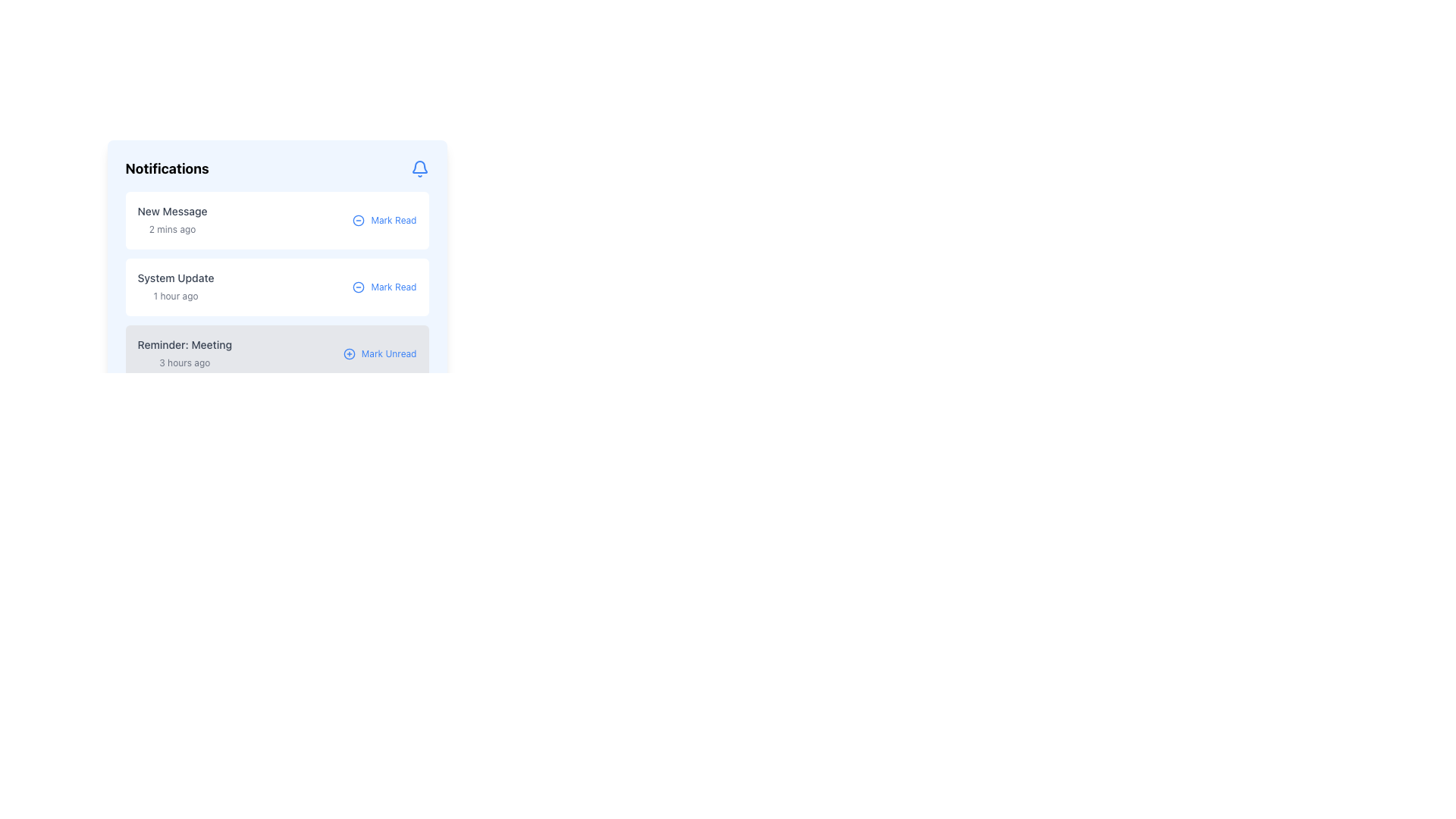 This screenshot has width=1456, height=819. I want to click on text located at the bottom right corner of the 'System Update' notification block, which informs the user about the time when the event occurred, so click(176, 296).